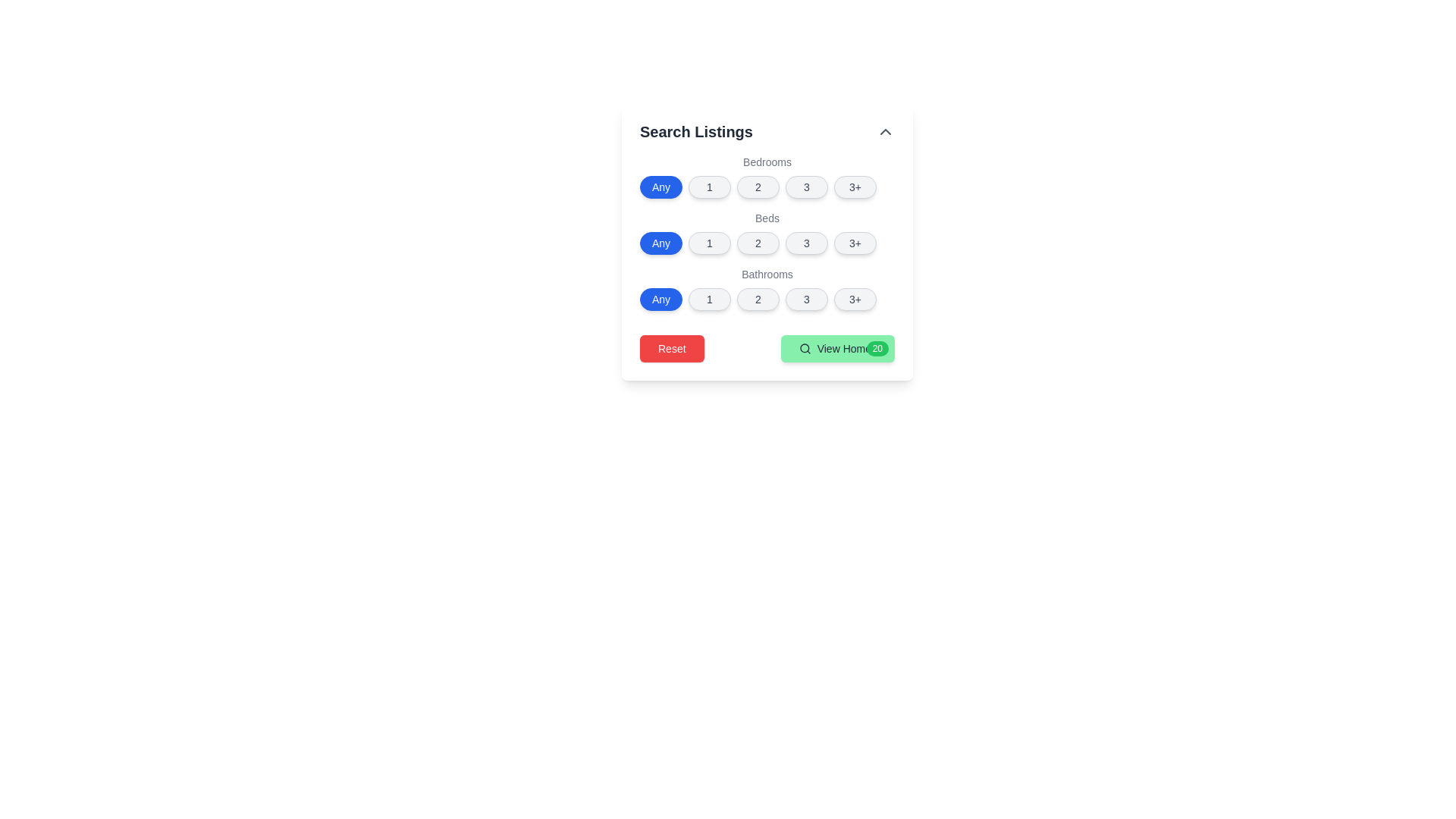  I want to click on the filter button for the 'Beds' category, so click(709, 242).